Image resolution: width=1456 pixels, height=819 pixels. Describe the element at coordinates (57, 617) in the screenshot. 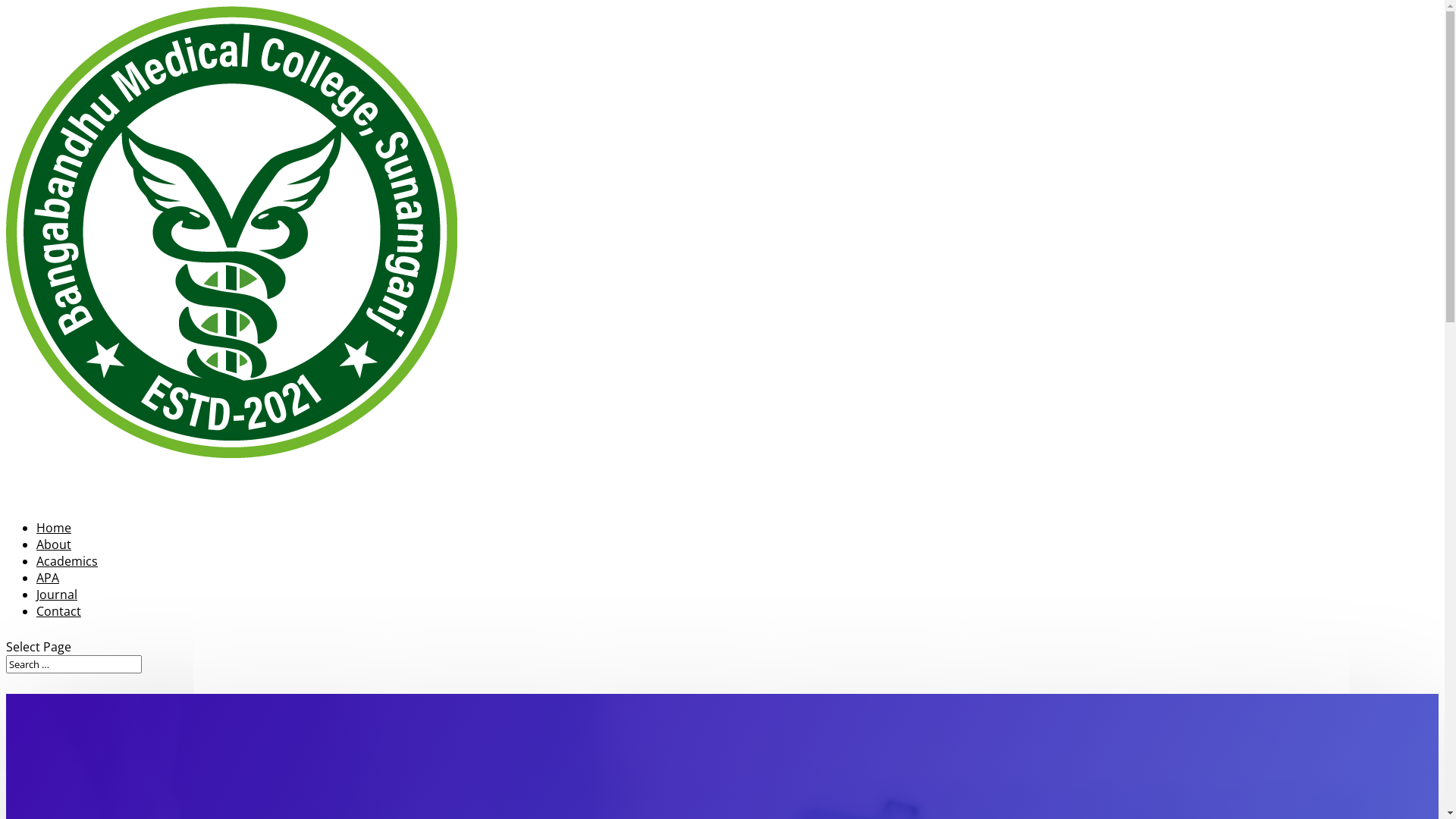

I see `'Journal'` at that location.